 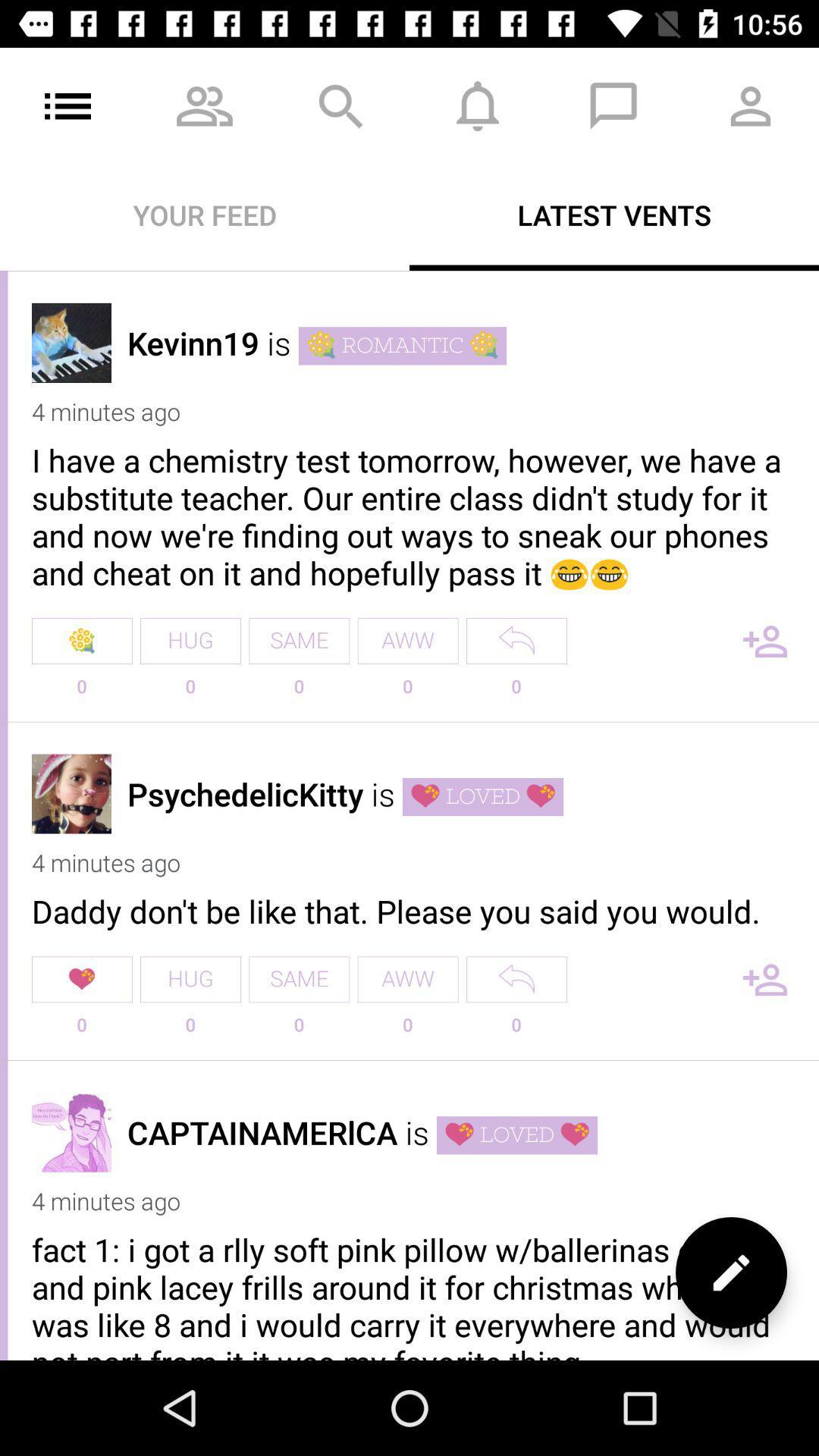 What do you see at coordinates (71, 1132) in the screenshot?
I see `profile picture` at bounding box center [71, 1132].